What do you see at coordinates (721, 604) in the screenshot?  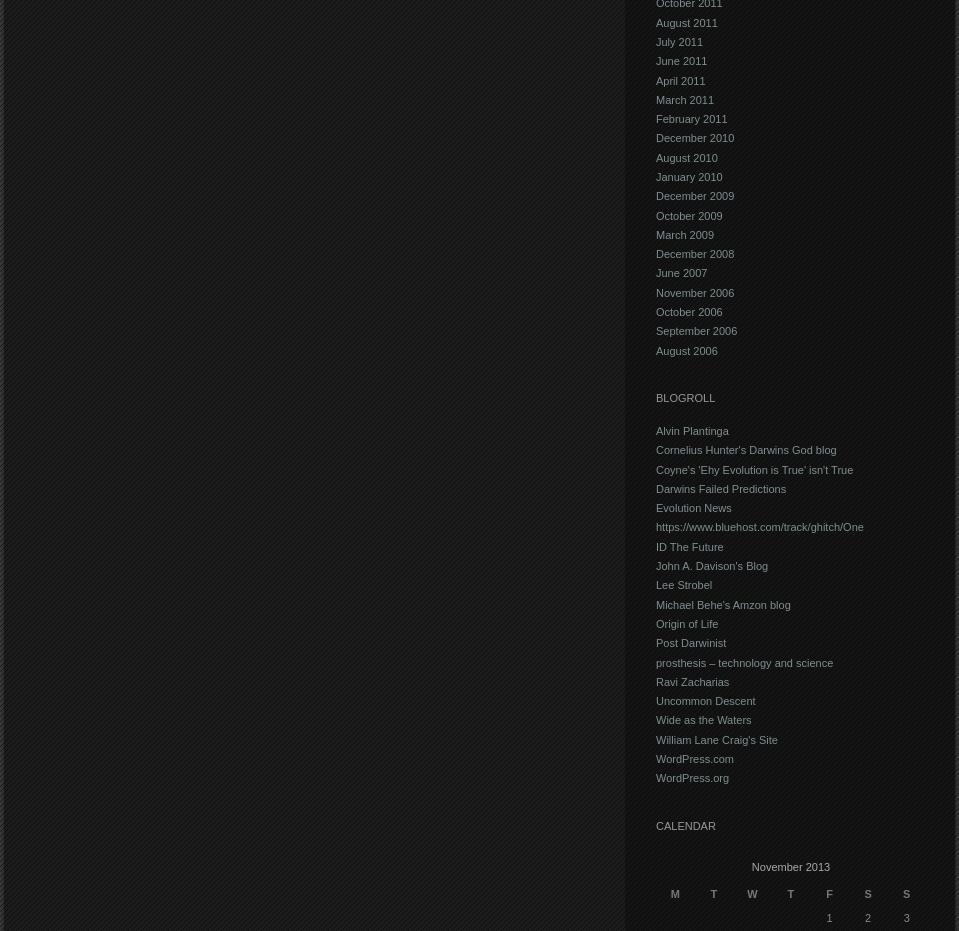 I see `'Michael Behe's Amzon blog'` at bounding box center [721, 604].